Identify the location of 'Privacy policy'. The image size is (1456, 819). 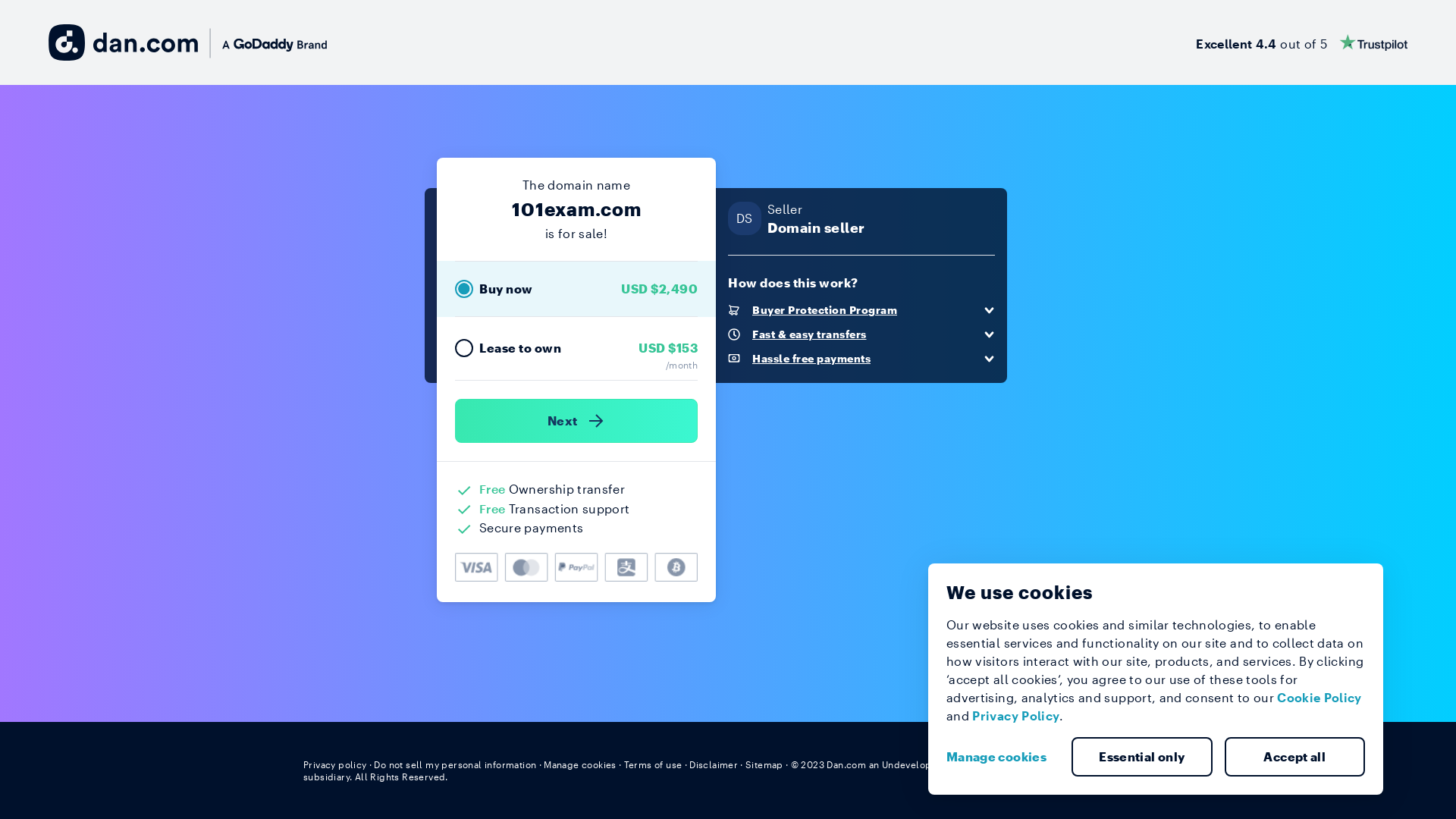
(334, 764).